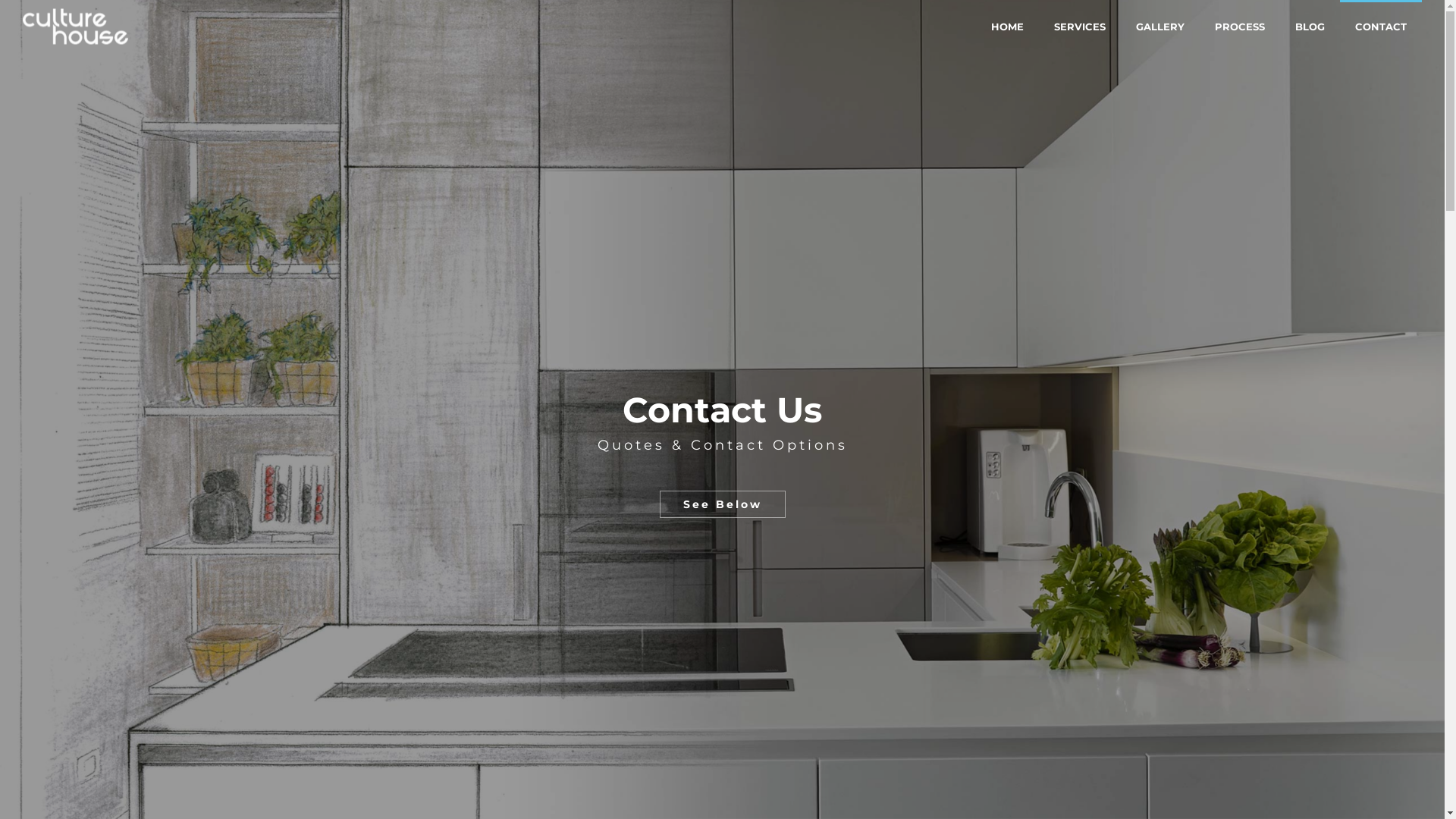 The width and height of the screenshot is (1456, 819). What do you see at coordinates (1309, 26) in the screenshot?
I see `'BLOG'` at bounding box center [1309, 26].